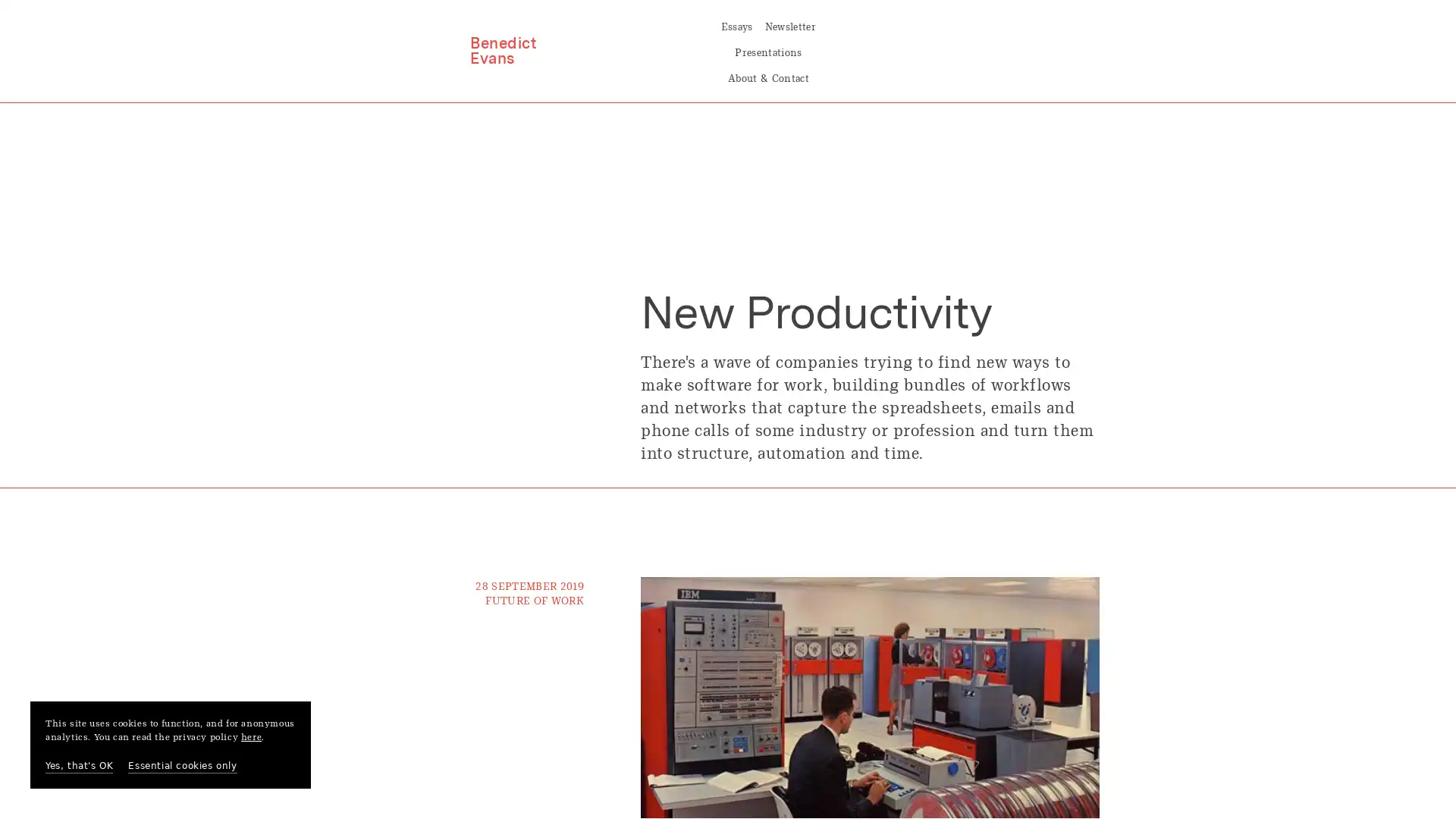 The width and height of the screenshot is (1456, 819). What do you see at coordinates (182, 766) in the screenshot?
I see `Essential cookies only` at bounding box center [182, 766].